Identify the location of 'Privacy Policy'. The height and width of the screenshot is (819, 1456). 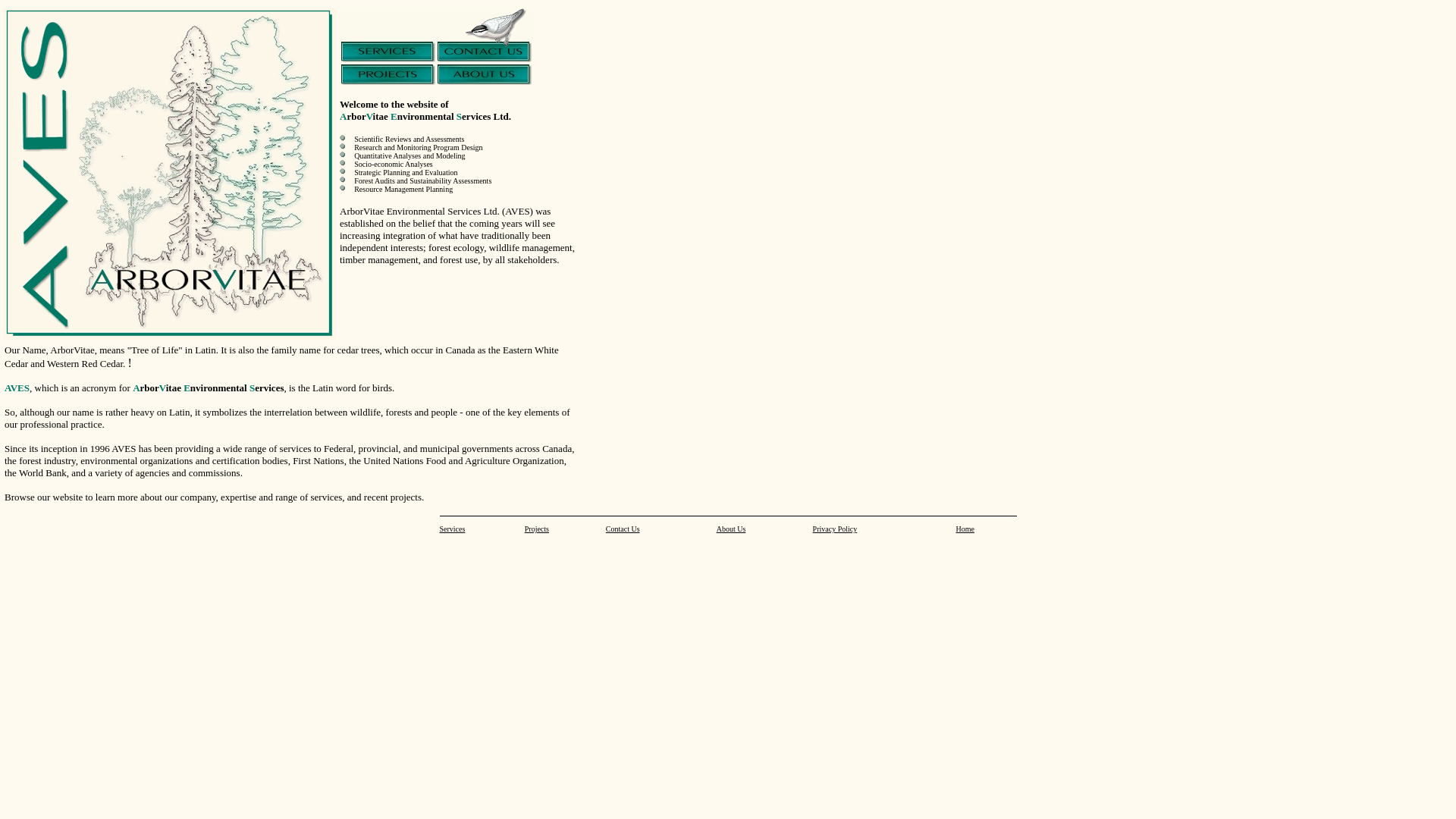
(834, 532).